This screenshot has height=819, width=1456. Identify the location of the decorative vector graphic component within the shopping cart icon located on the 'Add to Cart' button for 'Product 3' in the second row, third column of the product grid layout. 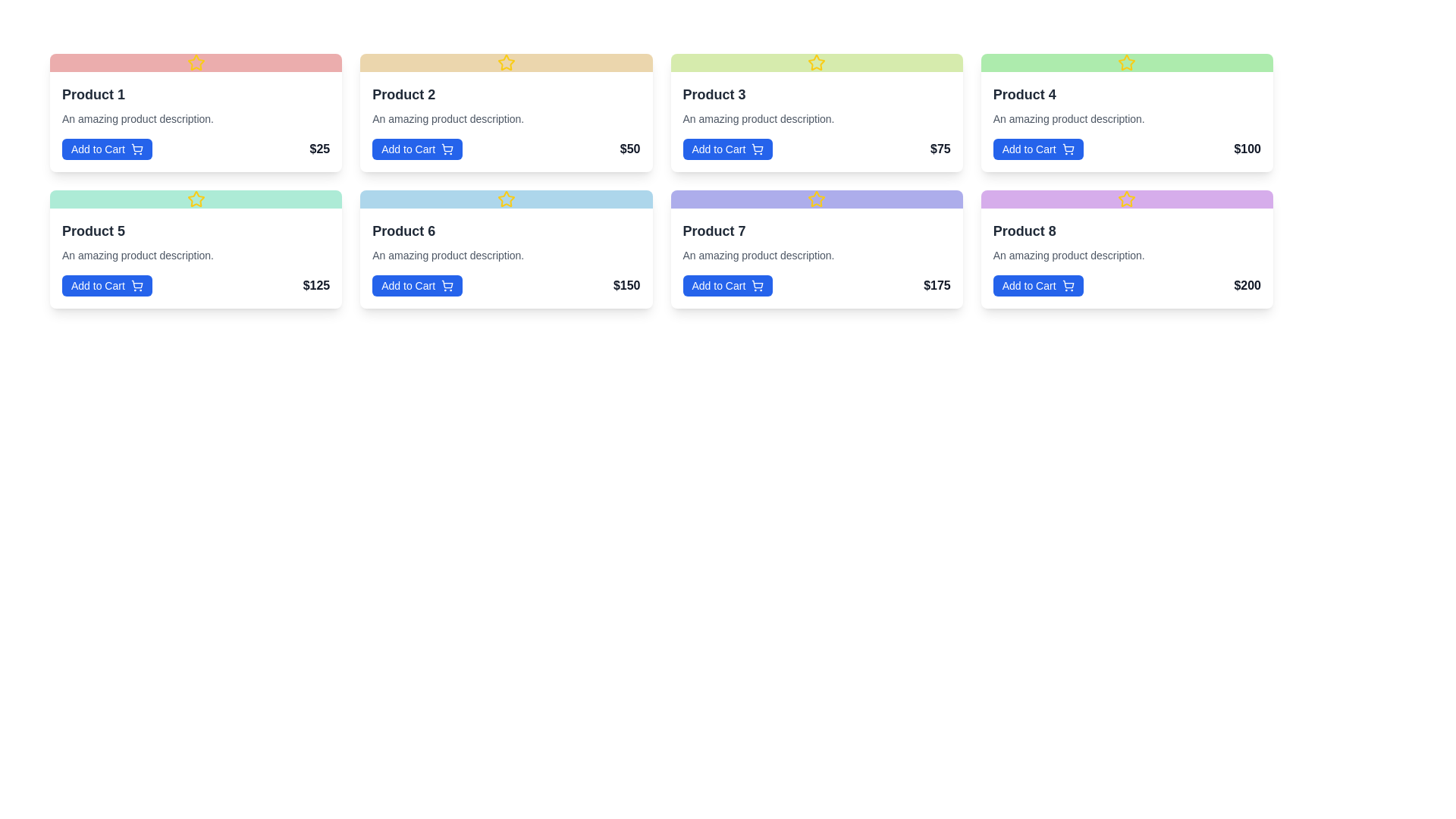
(758, 148).